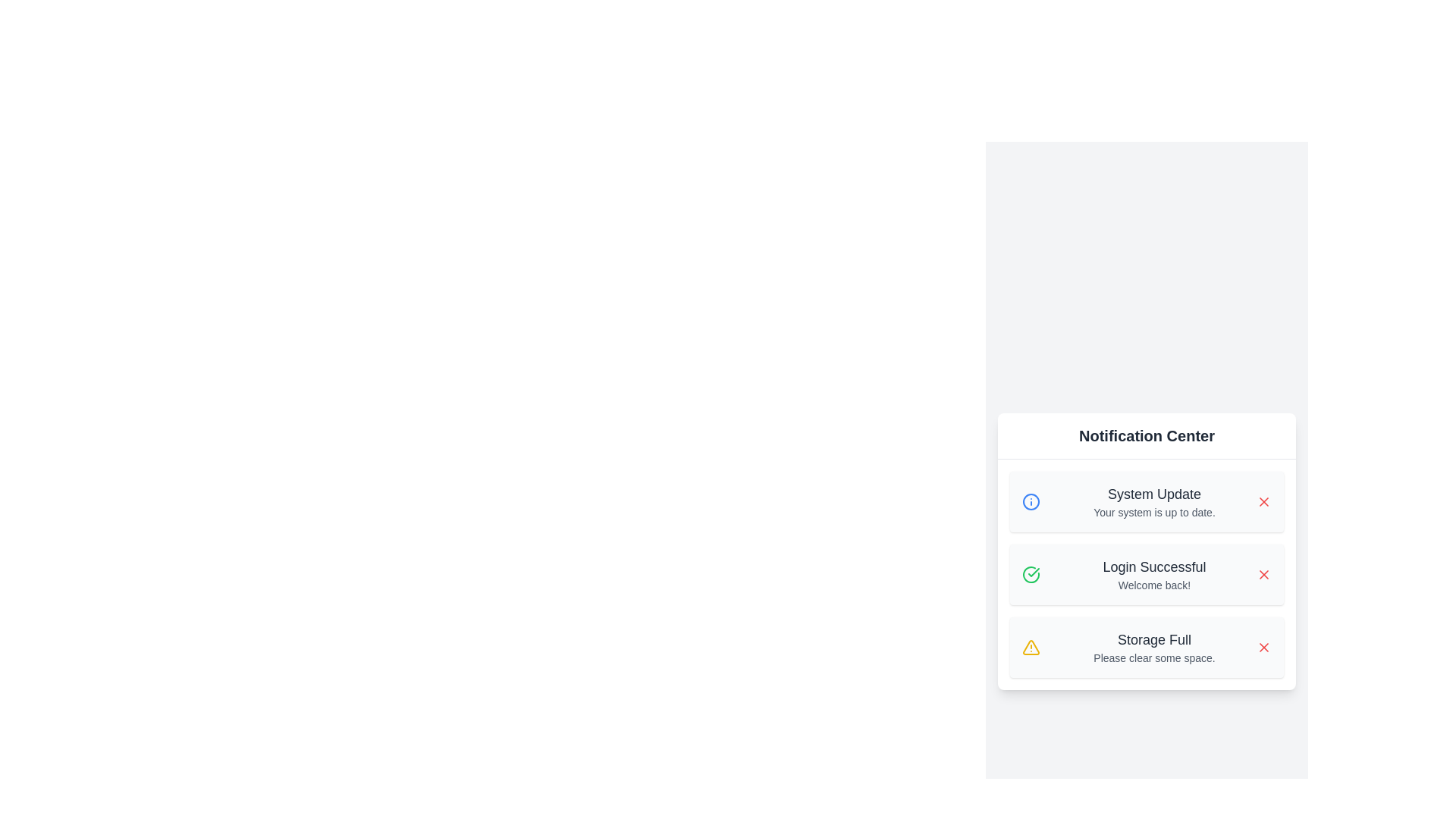 The width and height of the screenshot is (1456, 819). What do you see at coordinates (1263, 500) in the screenshot?
I see `the red 'X' close button located at the top-right corner of the 'System Update' notification` at bounding box center [1263, 500].